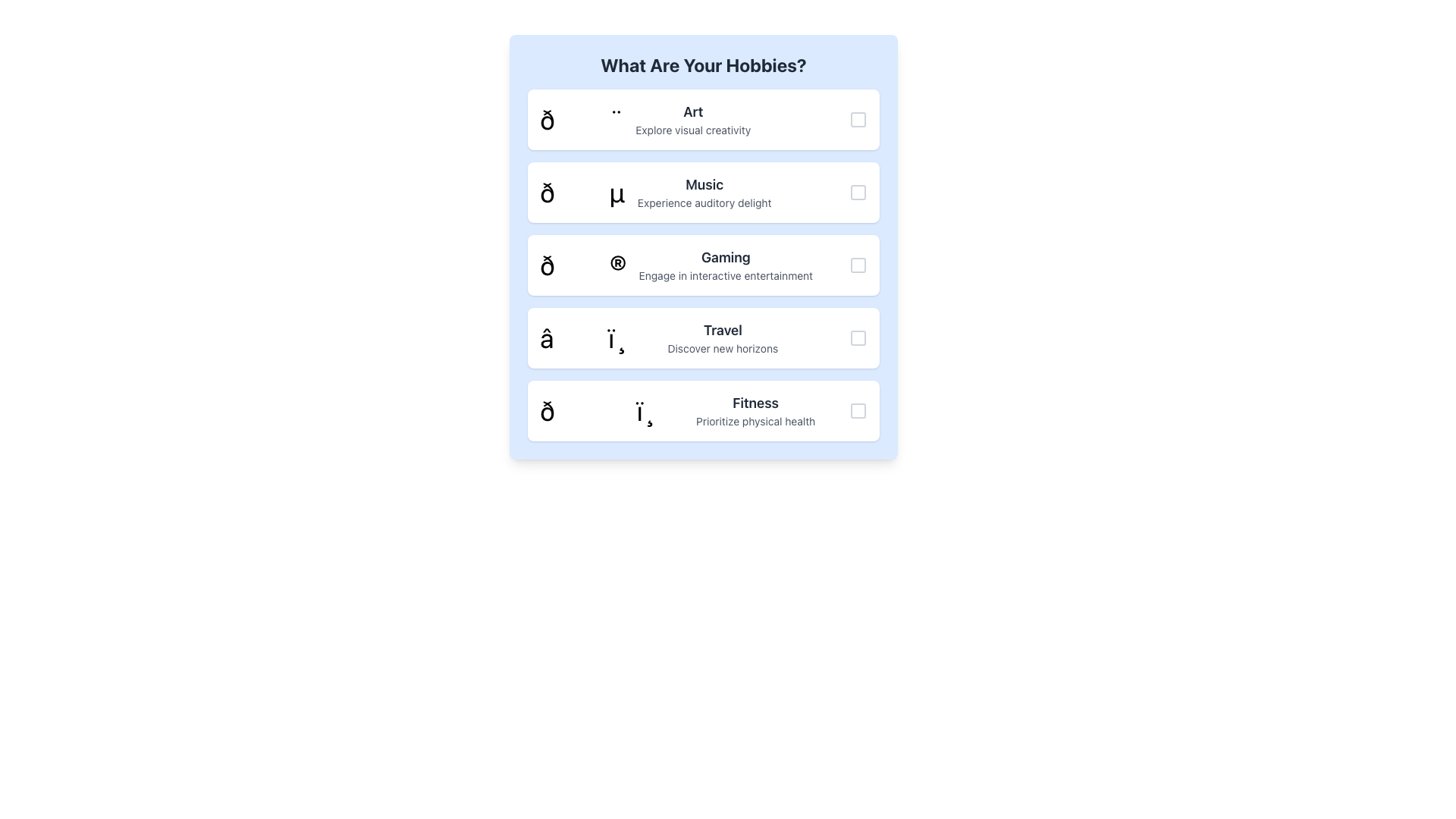  What do you see at coordinates (858, 192) in the screenshot?
I see `the checkbox for the 'Music' hobby to explore context menu options` at bounding box center [858, 192].